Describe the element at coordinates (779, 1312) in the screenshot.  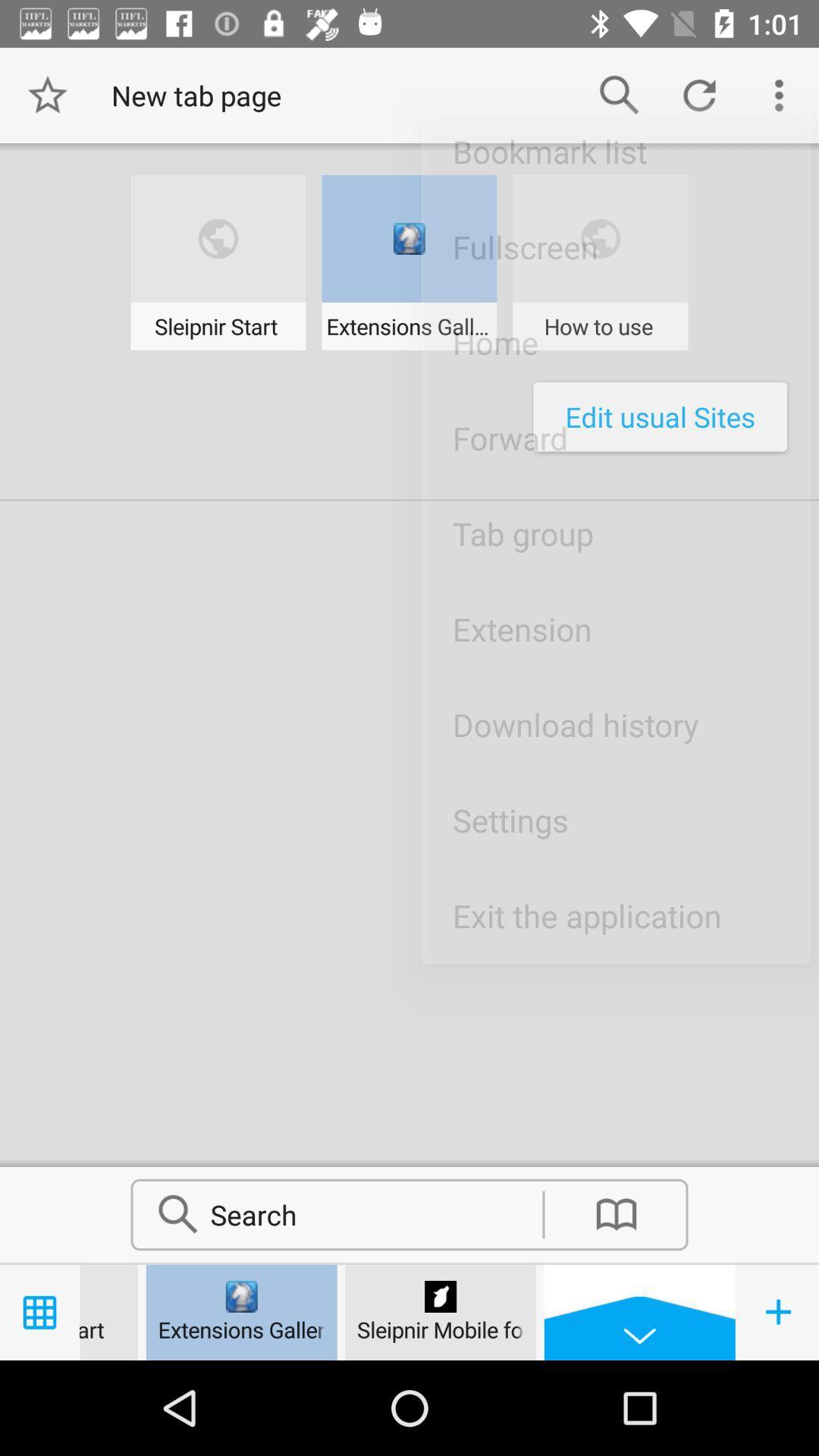
I see `the add icon` at that location.